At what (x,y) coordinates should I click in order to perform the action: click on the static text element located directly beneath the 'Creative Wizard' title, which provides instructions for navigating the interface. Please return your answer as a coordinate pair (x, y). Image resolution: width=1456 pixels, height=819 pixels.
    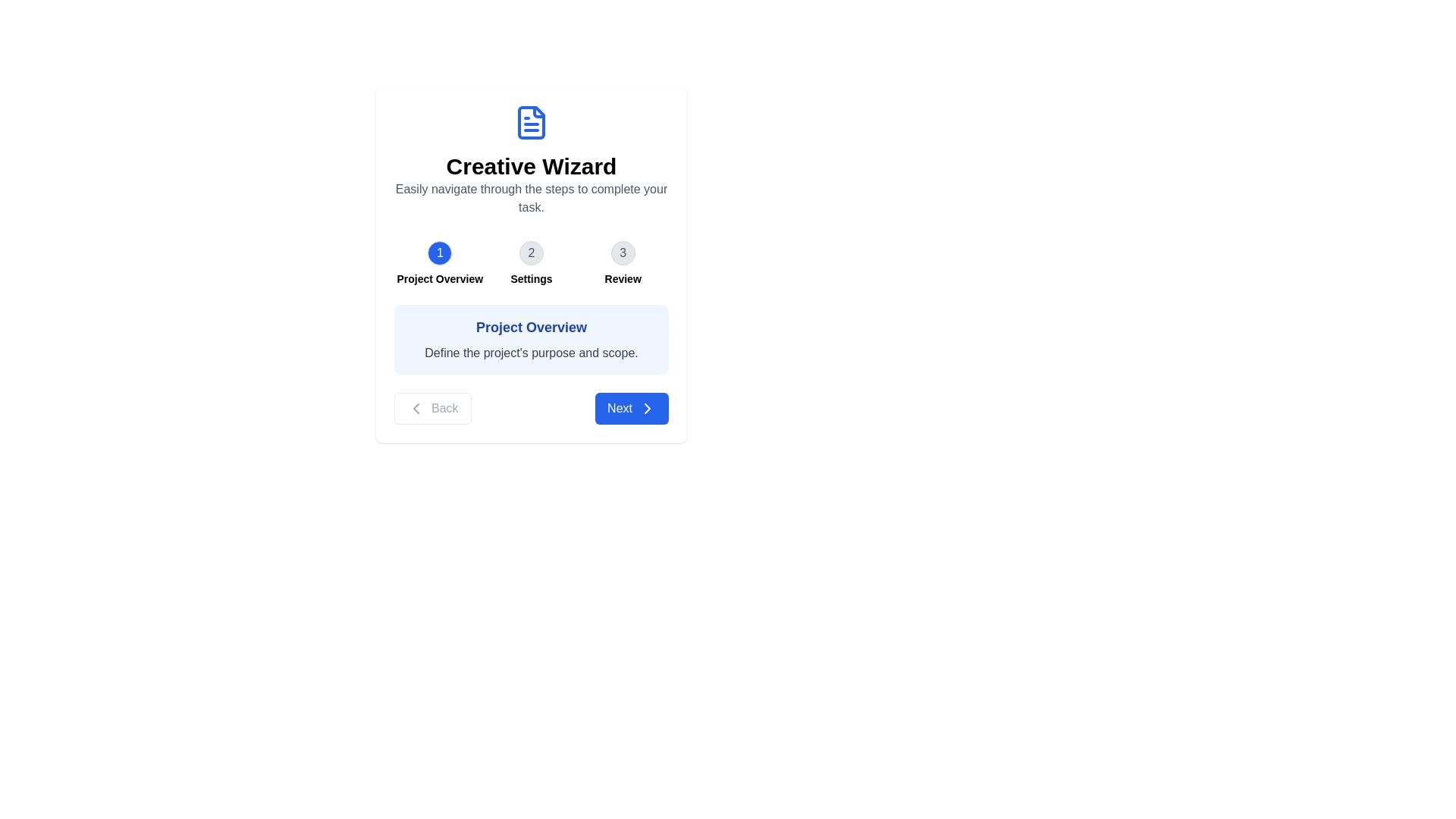
    Looking at the image, I should click on (531, 198).